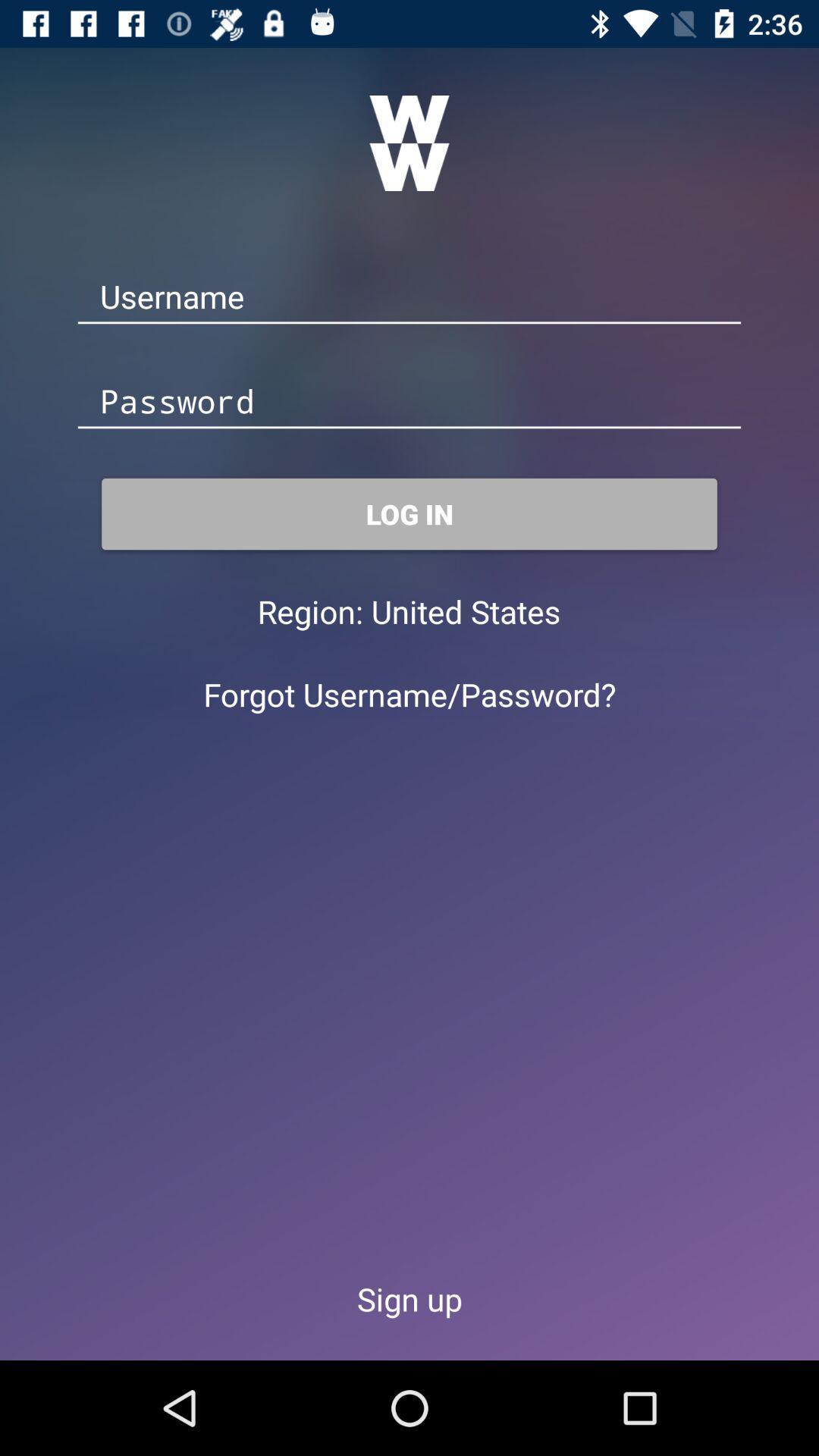 This screenshot has height=1456, width=819. I want to click on the item below log in icon, so click(465, 611).